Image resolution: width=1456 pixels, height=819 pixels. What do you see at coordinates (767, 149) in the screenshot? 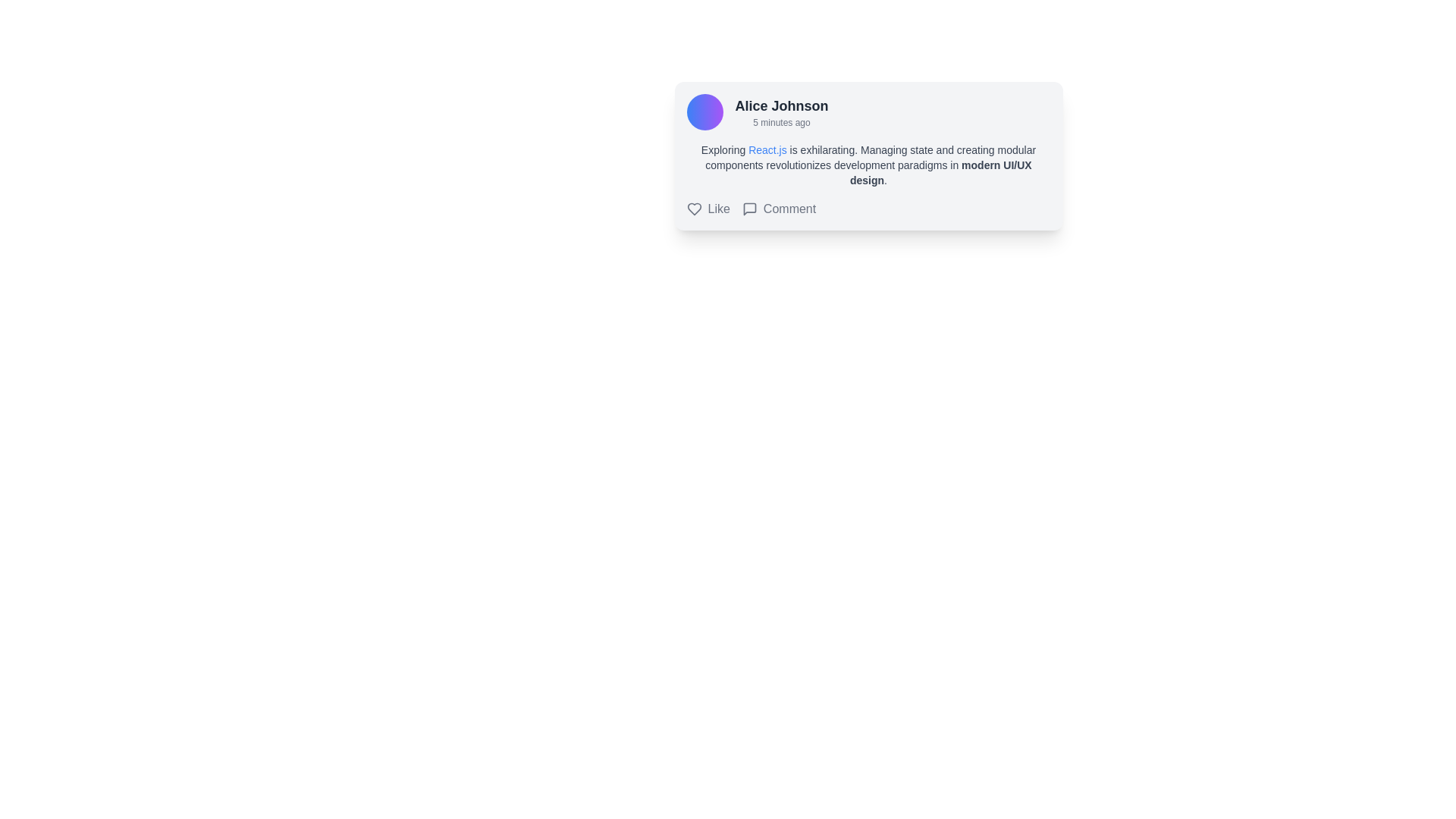
I see `the hyperlink that redirects to the React.js official website, embedded in the sentence starting with 'Exploring React.js is exhilarating.'` at bounding box center [767, 149].